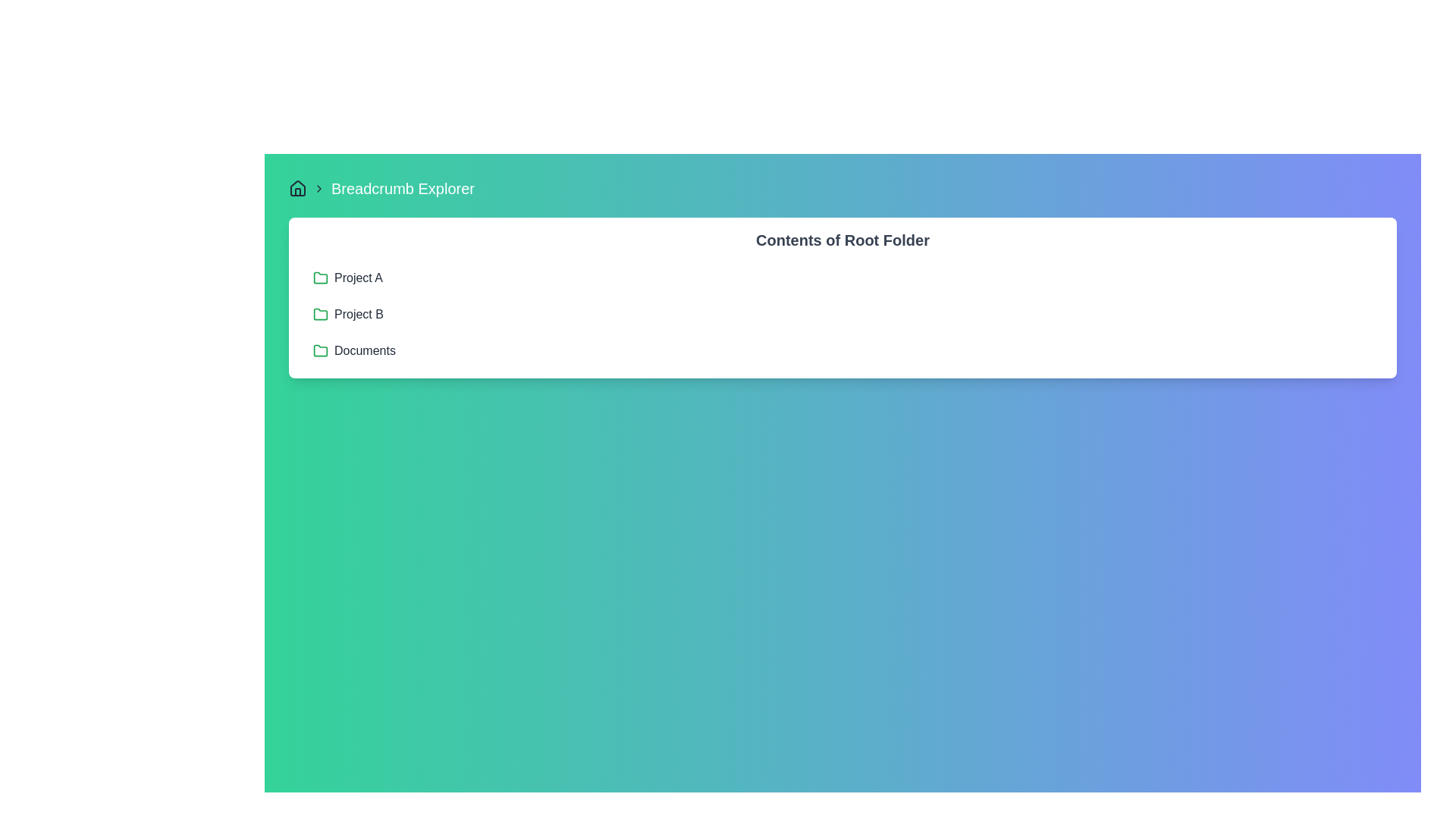 The height and width of the screenshot is (819, 1456). I want to click on the Folder icon representing 'Project B', so click(319, 312).